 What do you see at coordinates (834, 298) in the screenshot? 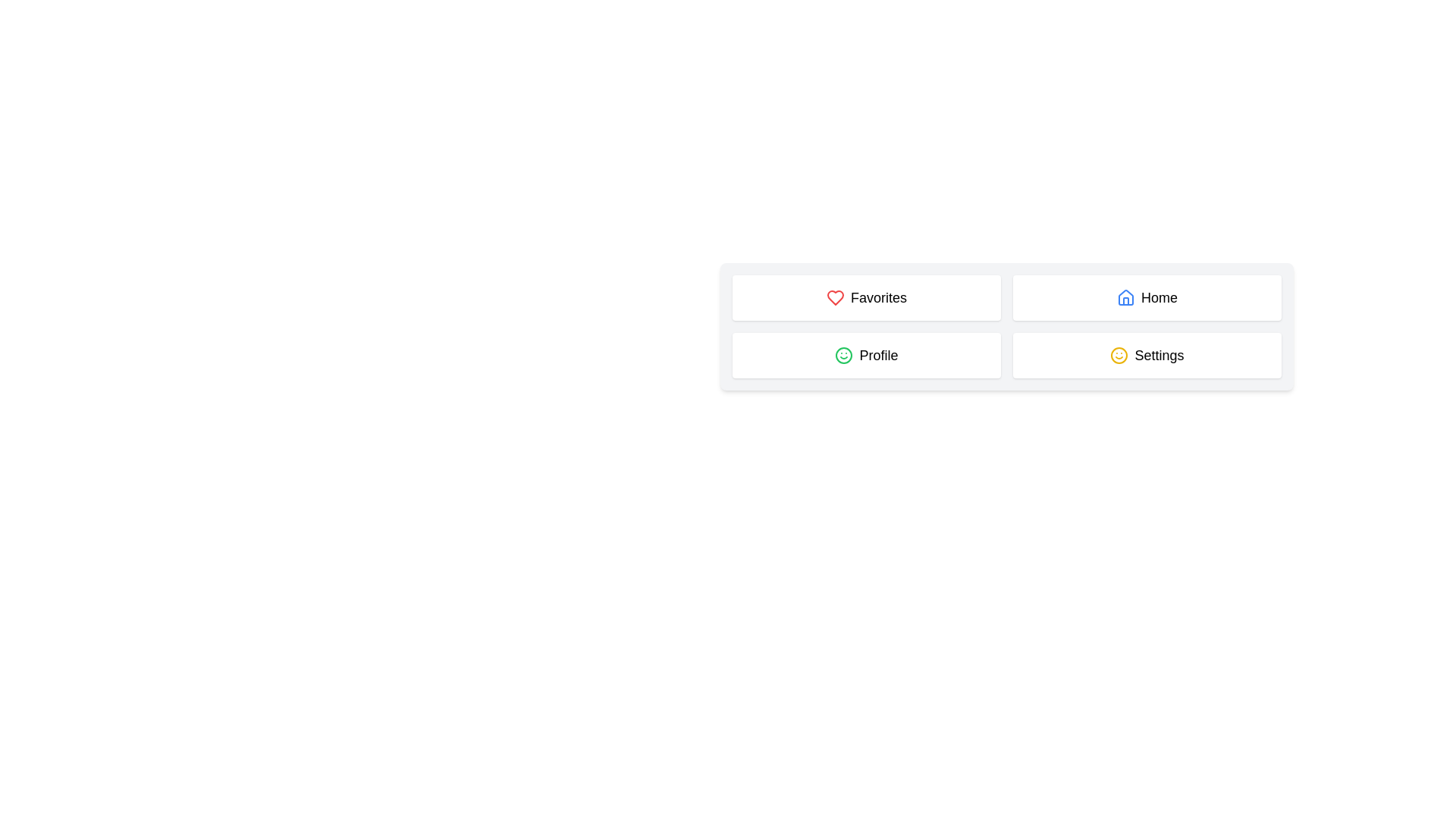
I see `the red outlined heart icon representing the 'Favorites' feature, located adjacent to the 'Favorites' label` at bounding box center [834, 298].